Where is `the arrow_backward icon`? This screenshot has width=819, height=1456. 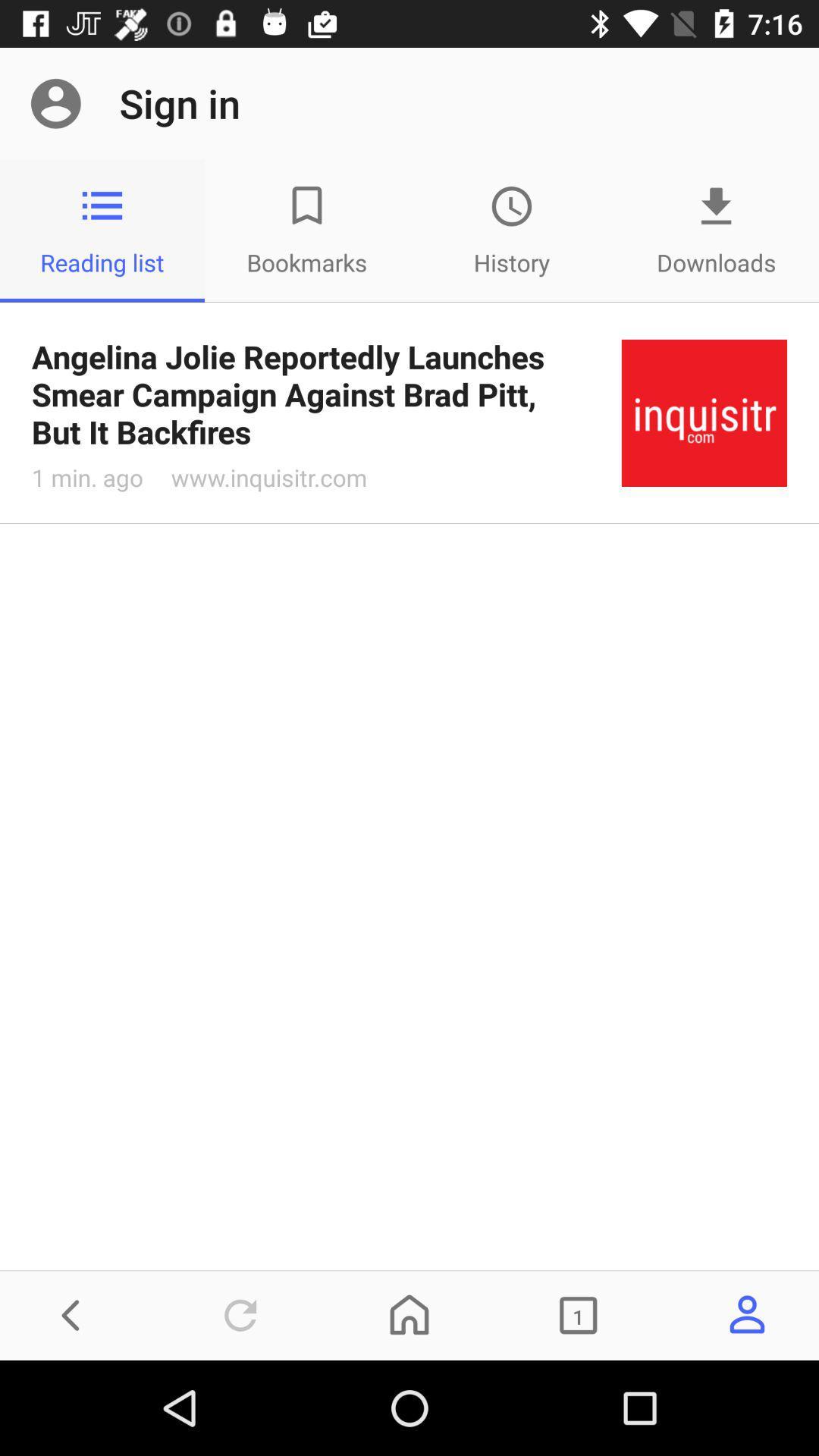 the arrow_backward icon is located at coordinates (71, 1314).